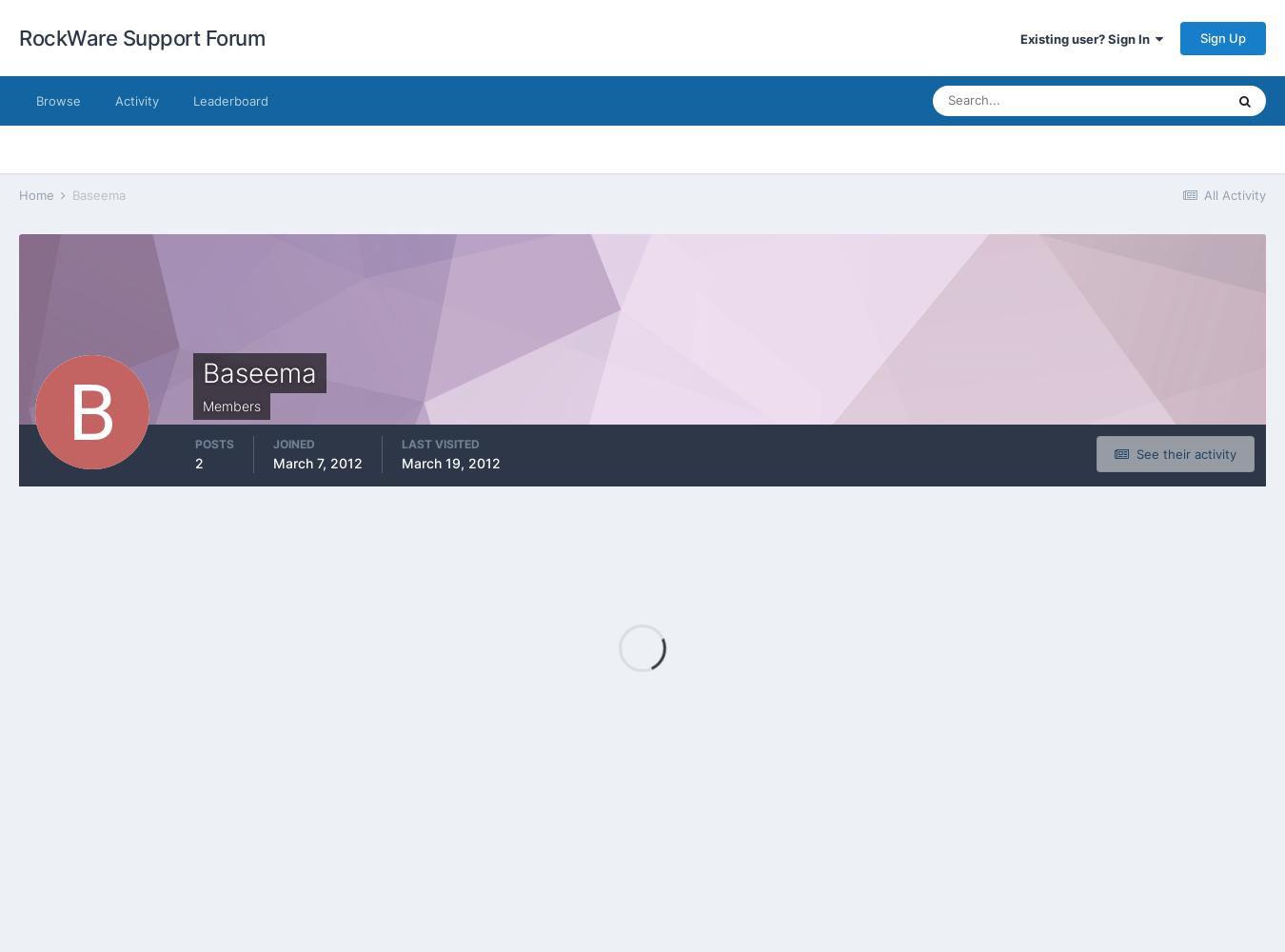 This screenshot has width=1285, height=952. I want to click on 'Topics', so click(1097, 202).